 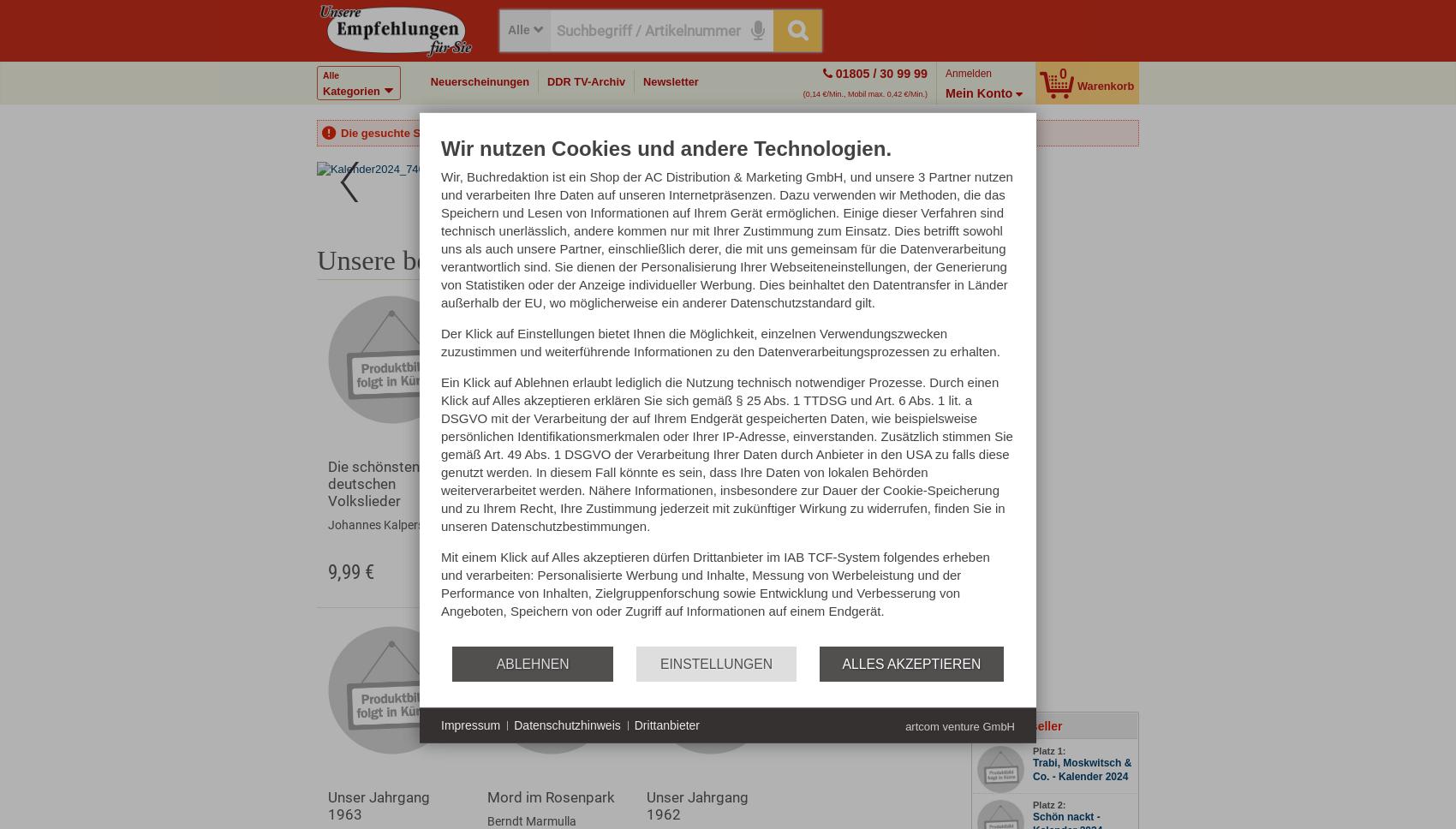 I want to click on 'DDR TV-Archiv', so click(x=586, y=81).